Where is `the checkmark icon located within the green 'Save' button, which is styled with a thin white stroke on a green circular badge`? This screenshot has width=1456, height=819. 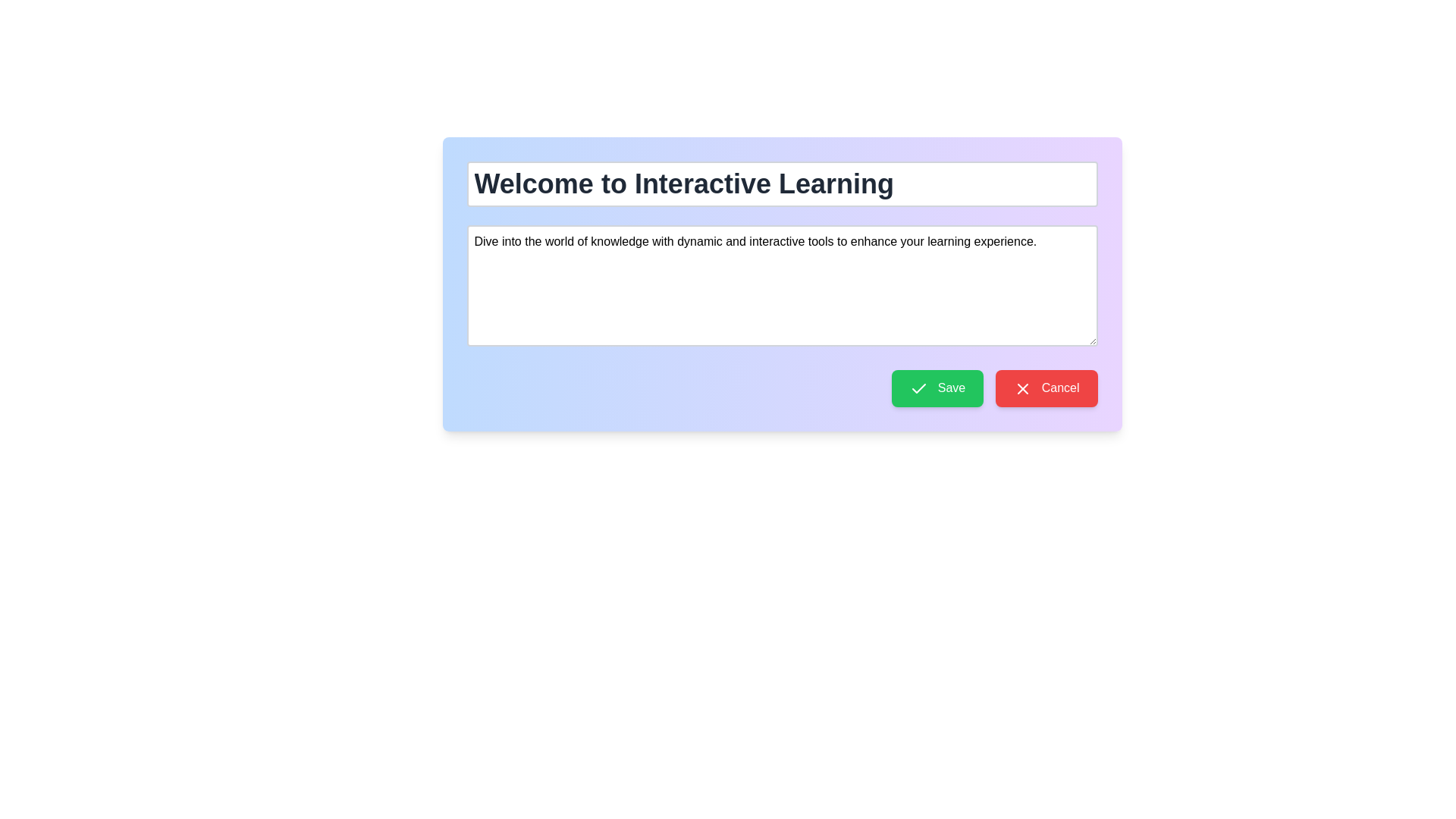
the checkmark icon located within the green 'Save' button, which is styled with a thin white stroke on a green circular badge is located at coordinates (918, 388).